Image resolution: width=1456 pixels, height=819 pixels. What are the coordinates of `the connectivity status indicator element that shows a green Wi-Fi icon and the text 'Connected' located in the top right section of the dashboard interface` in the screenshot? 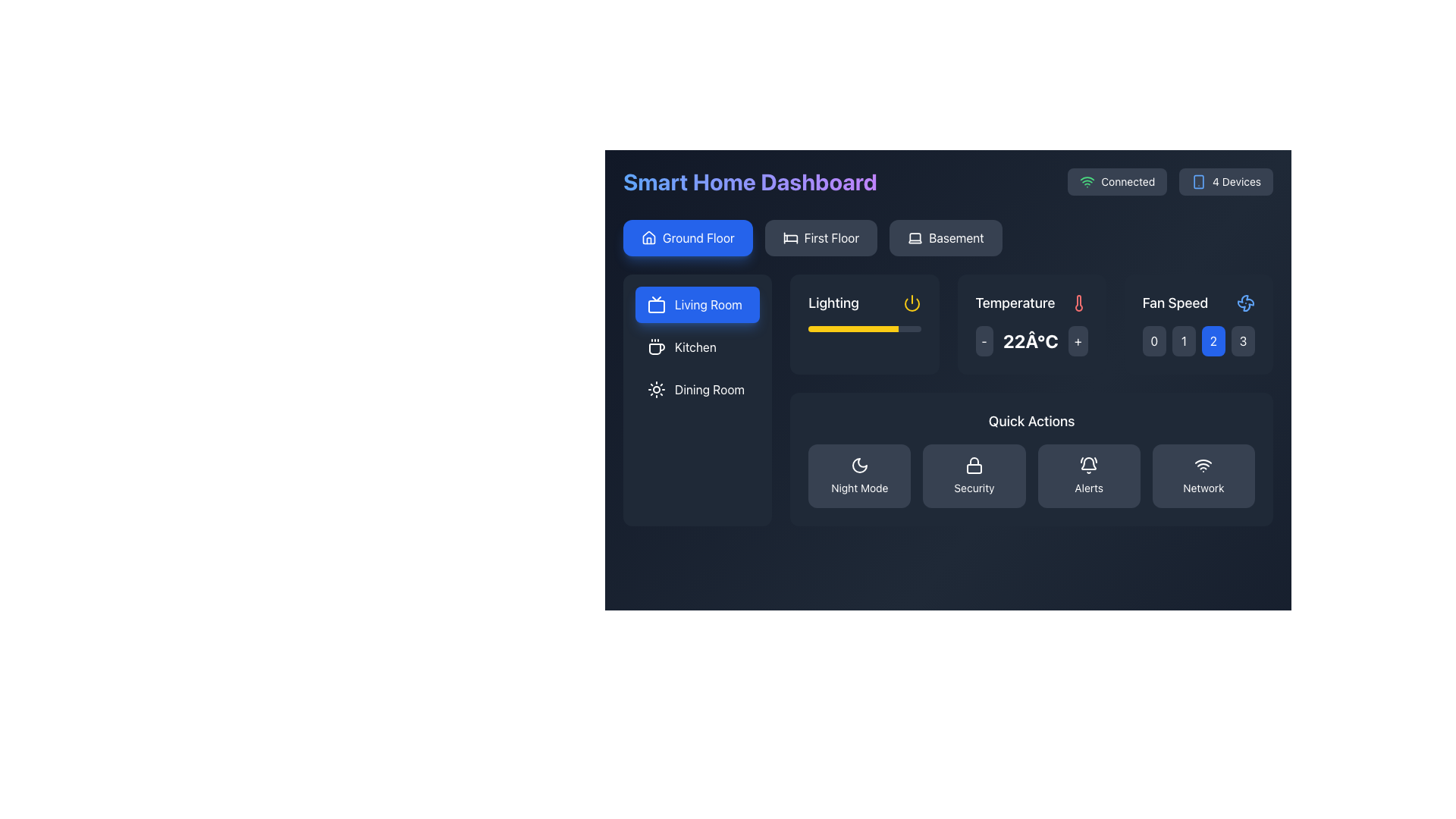 It's located at (1117, 180).